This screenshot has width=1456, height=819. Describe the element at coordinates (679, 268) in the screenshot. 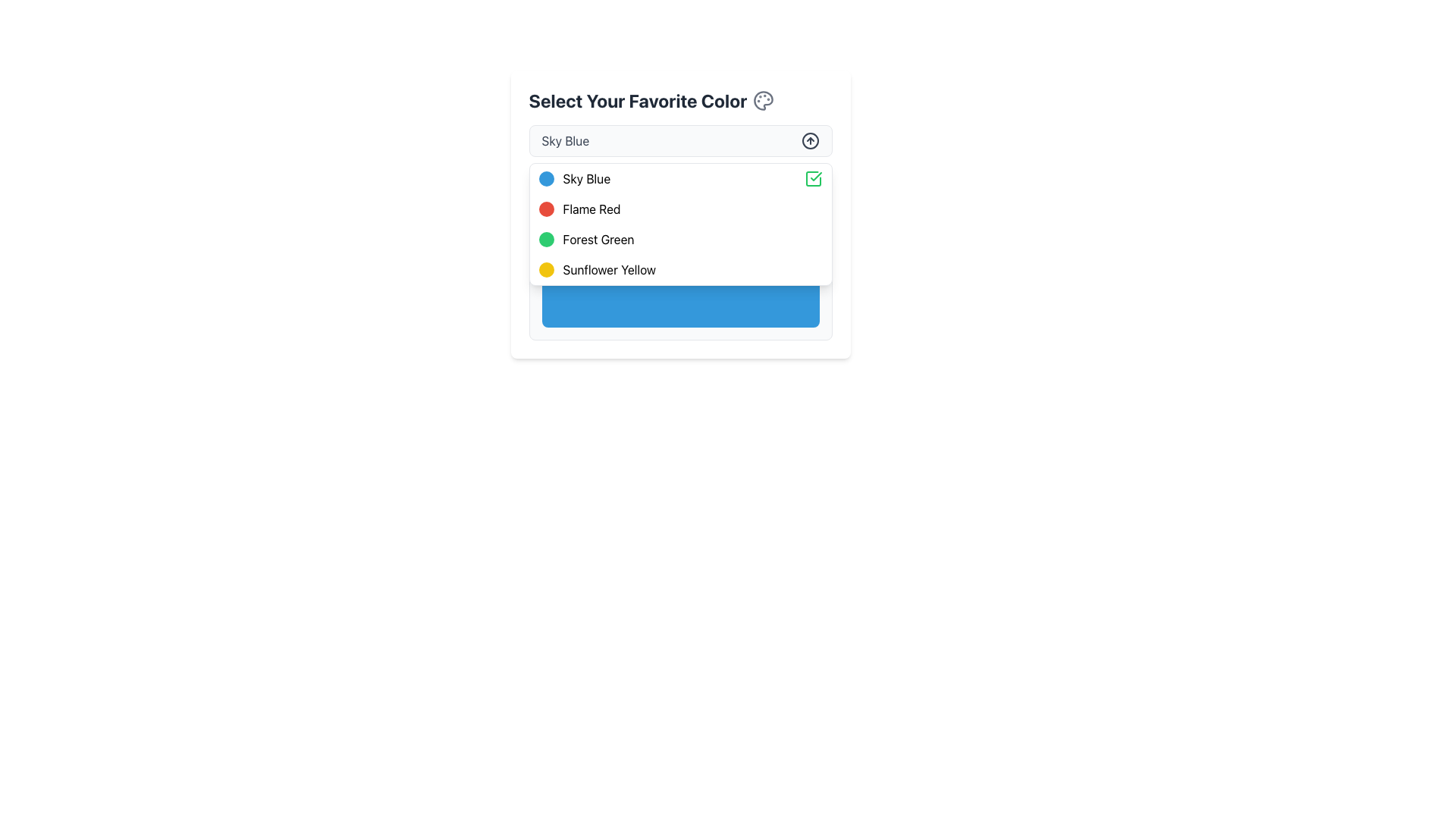

I see `the 'Sunflower Yellow' color option in the dropdown menu, which is the fourth item under 'Select Your Favorite Color'` at that location.